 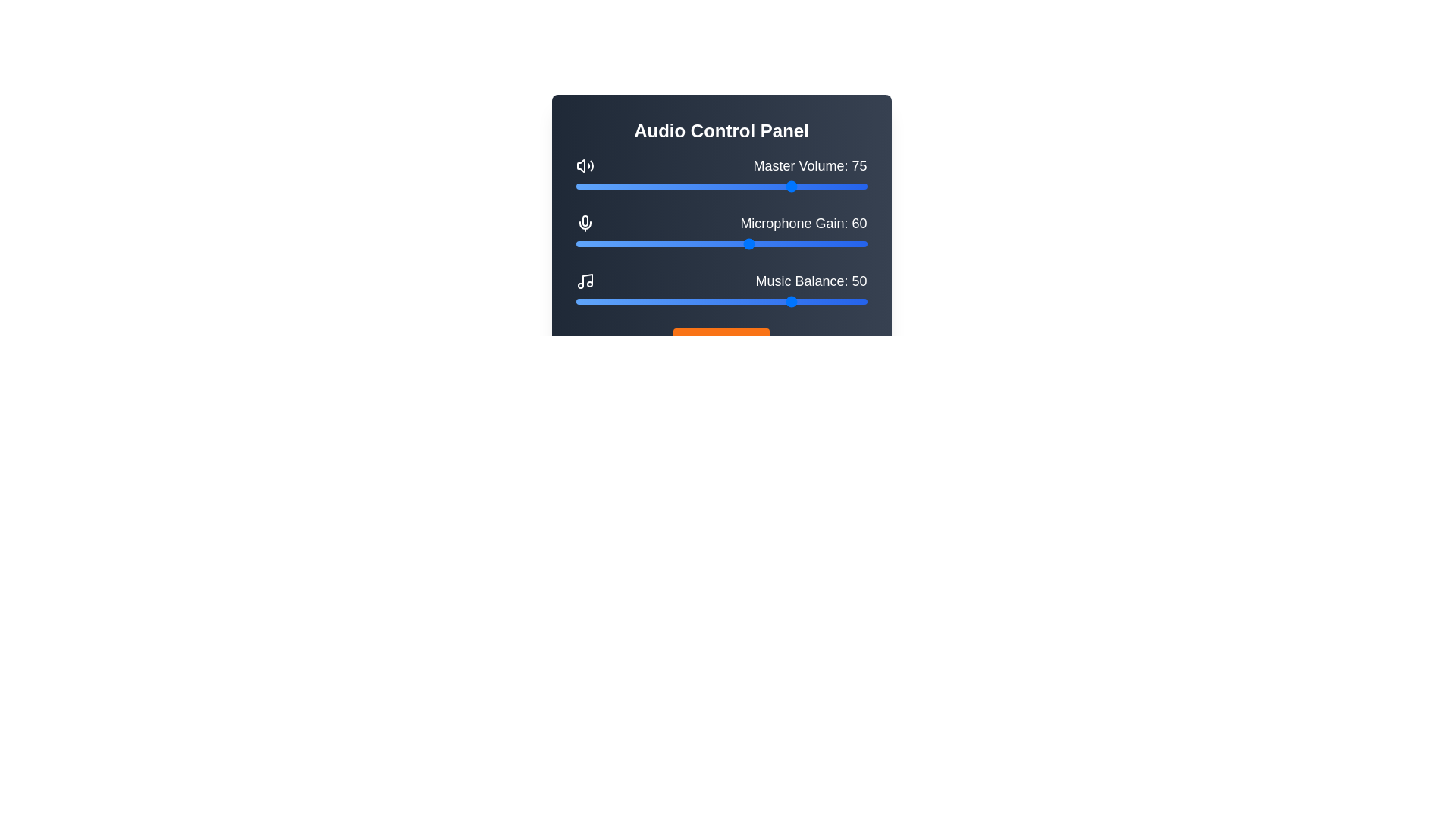 I want to click on the Master Volume slider to 0, so click(x=575, y=186).